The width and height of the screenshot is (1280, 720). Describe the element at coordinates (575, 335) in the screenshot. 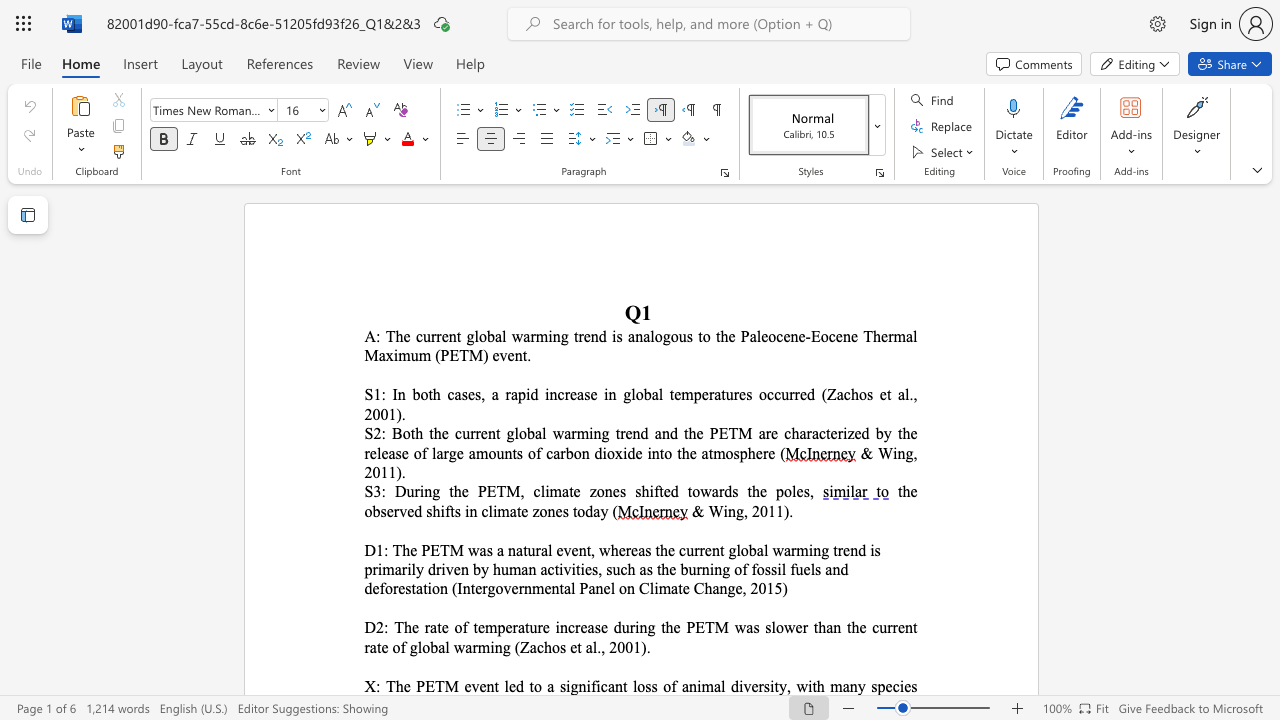

I see `the 2th character "t" in the text` at that location.